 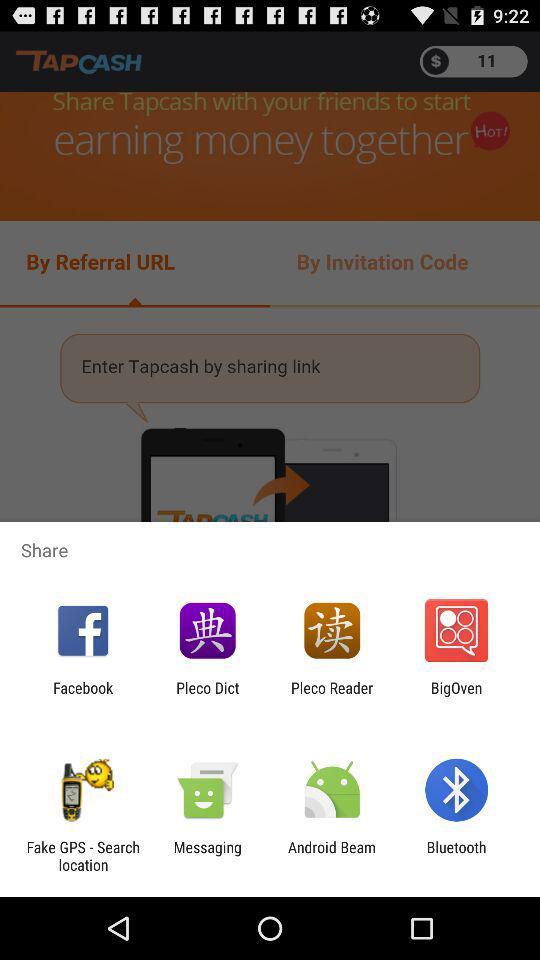 What do you see at coordinates (82, 696) in the screenshot?
I see `the icon next to pleco dict item` at bounding box center [82, 696].